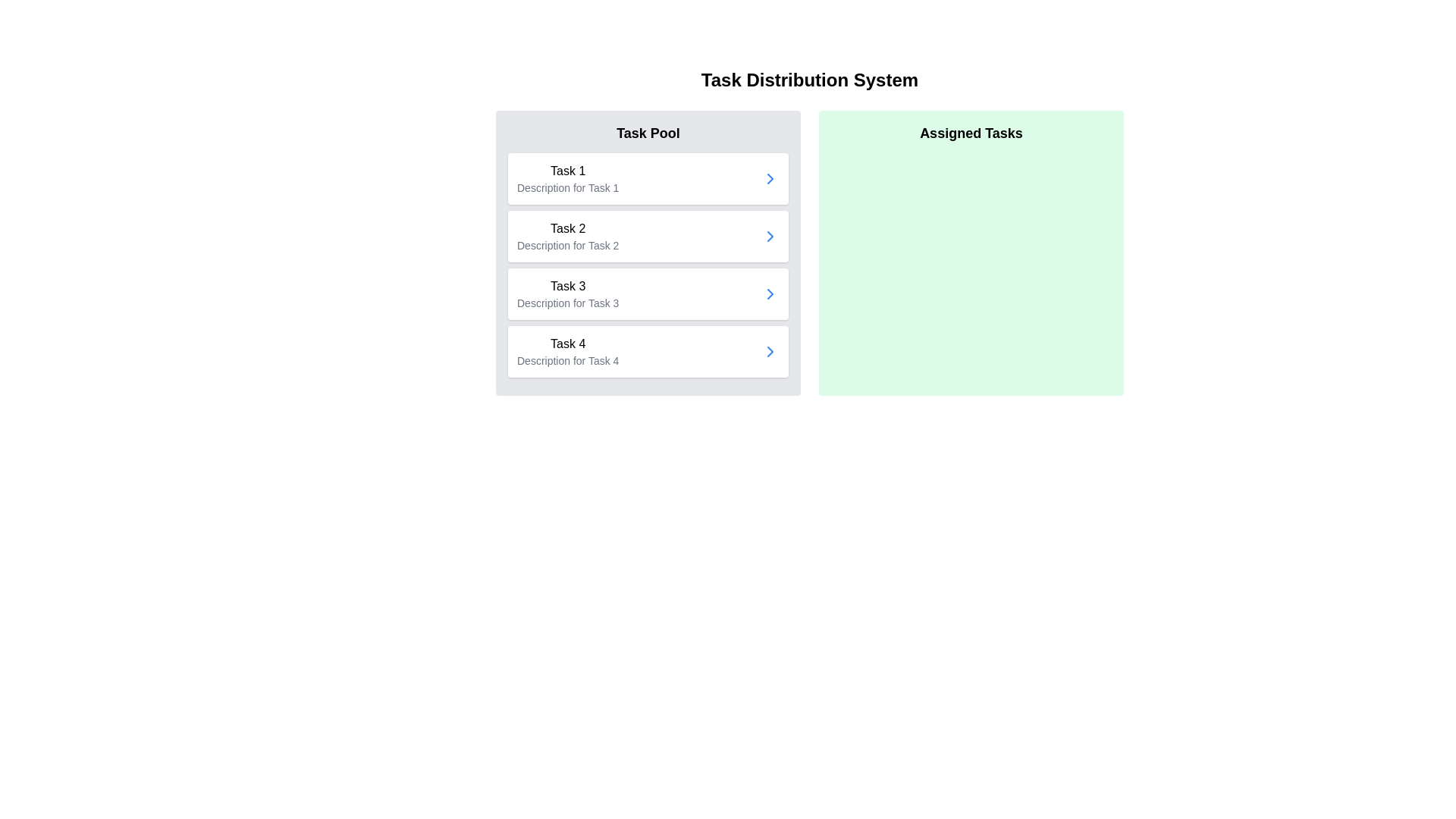  Describe the element at coordinates (770, 351) in the screenshot. I see `the arrow button located at the right end of the 'Task 4' row in the 'Task Pool' section` at that location.